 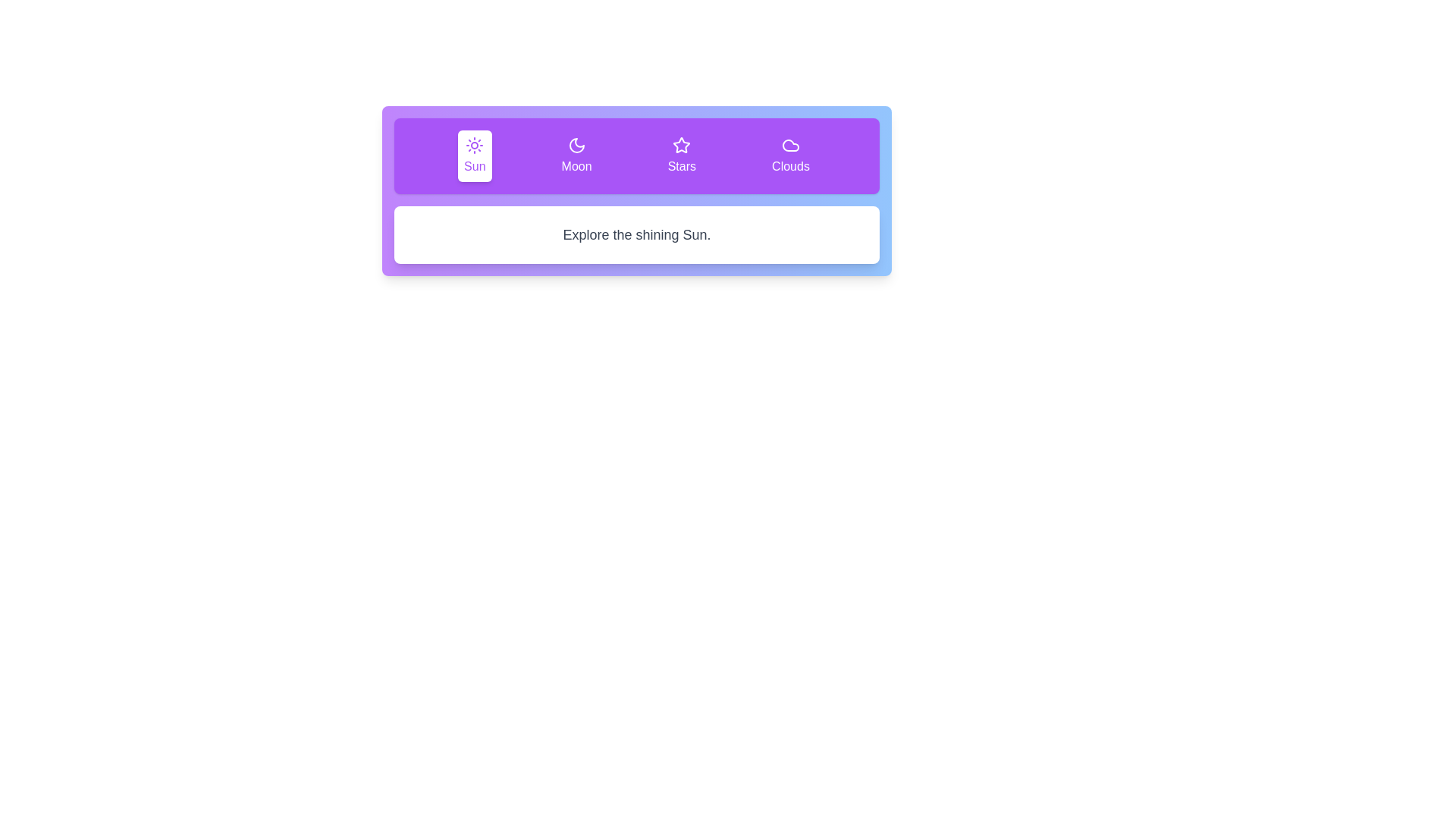 What do you see at coordinates (681, 166) in the screenshot?
I see `the text label displaying 'Stars' in white on a purple background, which is the third label in a horizontal layout of items including 'Sun', 'Moon', and 'Clouds'` at bounding box center [681, 166].